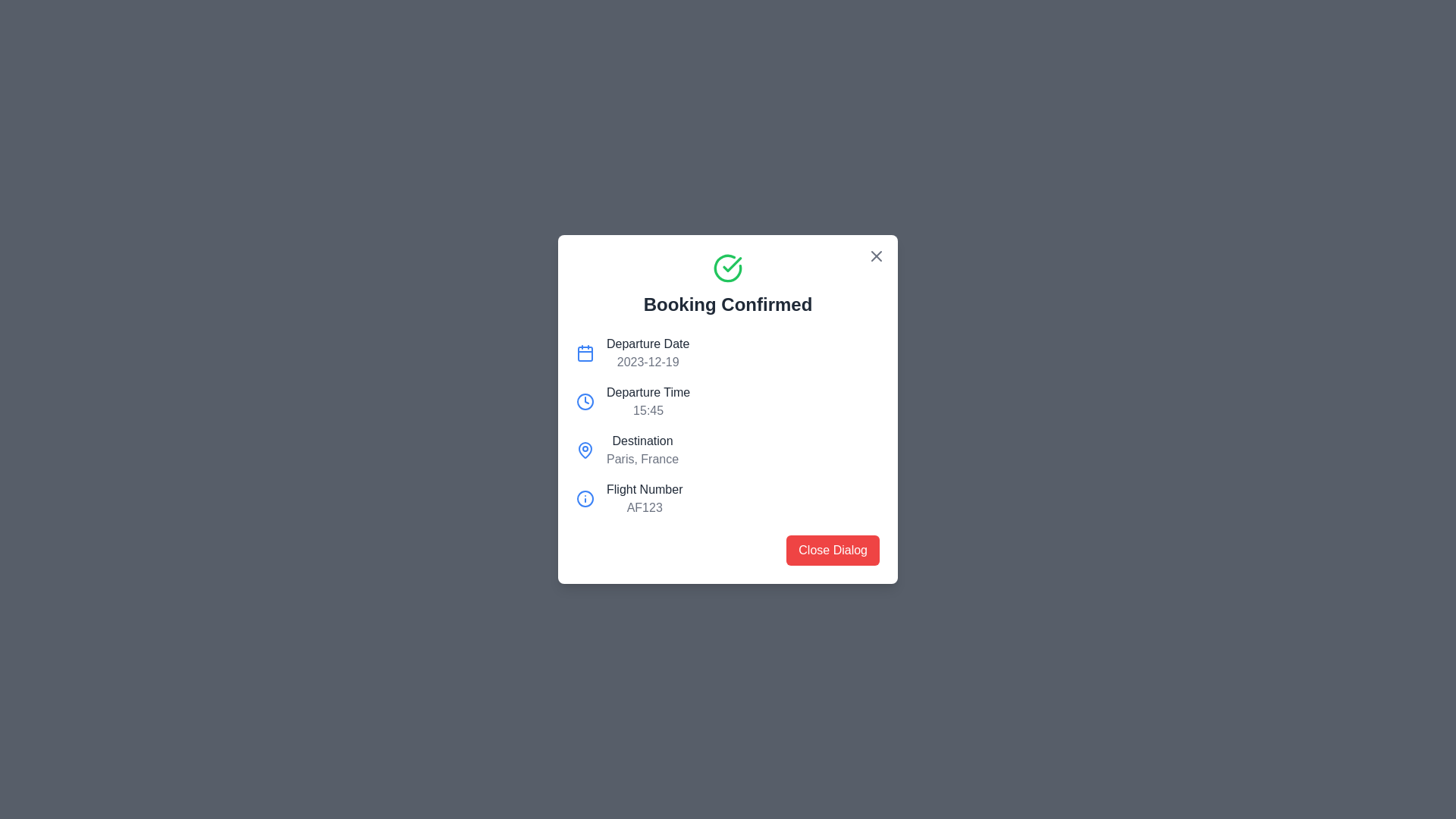 The height and width of the screenshot is (819, 1456). Describe the element at coordinates (648, 362) in the screenshot. I see `the static text displaying '2023-12-19', which is aligned right of the label 'Departure Date' in the second column of the dialog box under 'Booking Confirmed'` at that location.